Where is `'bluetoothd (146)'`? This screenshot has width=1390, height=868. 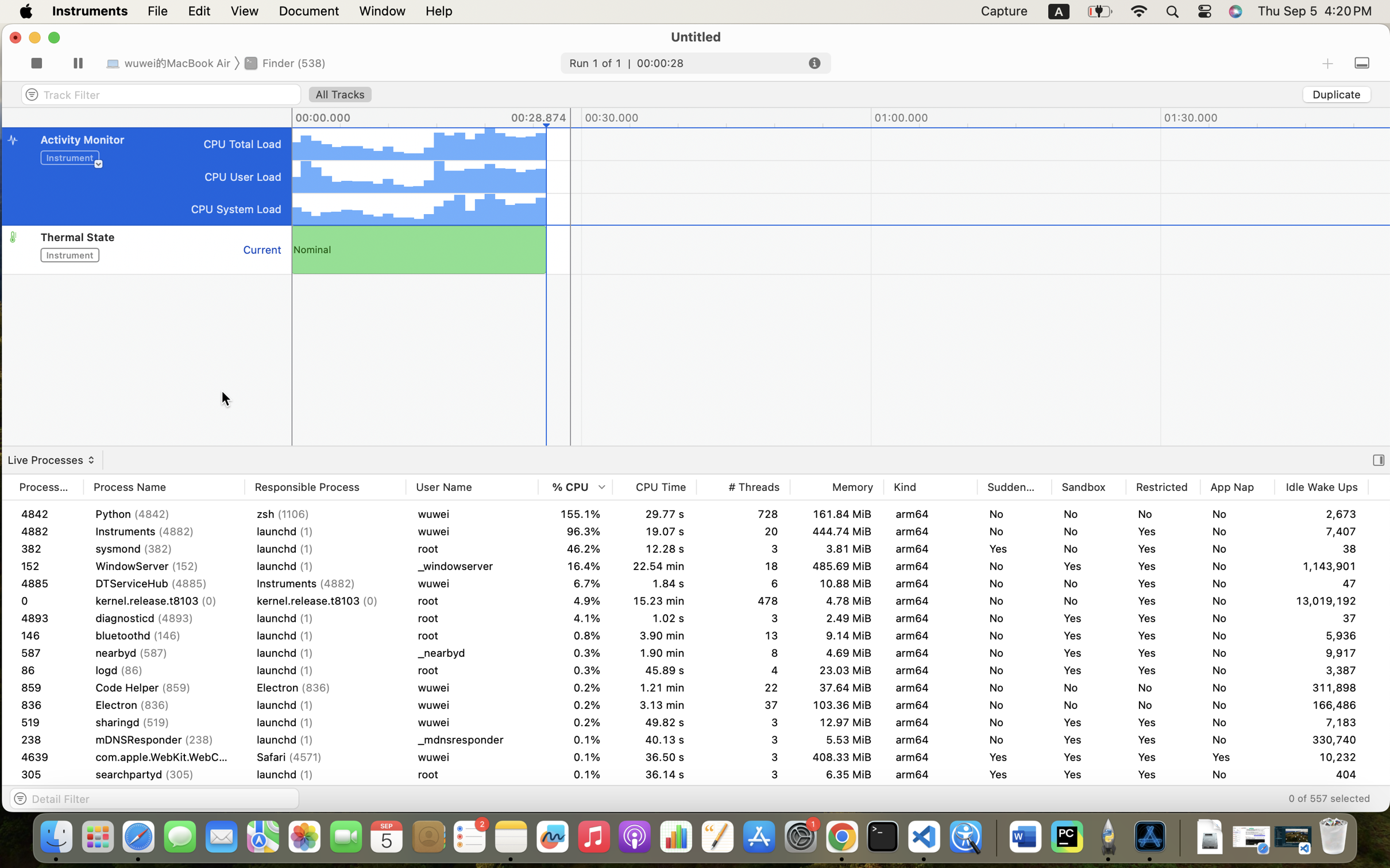 'bluetoothd (146)' is located at coordinates (164, 634).